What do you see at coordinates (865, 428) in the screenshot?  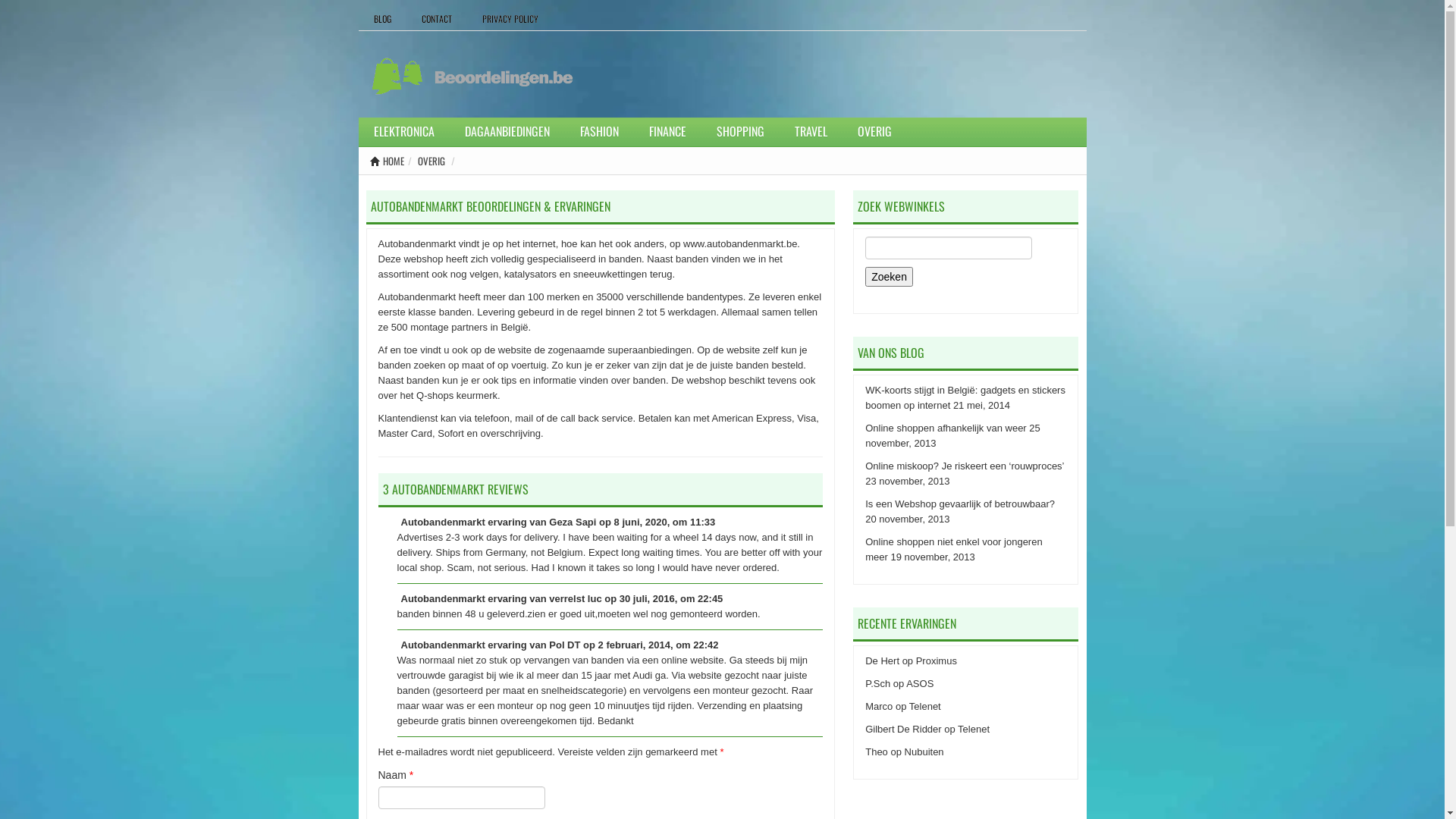 I see `'Online shoppen afhankelijk van weer'` at bounding box center [865, 428].